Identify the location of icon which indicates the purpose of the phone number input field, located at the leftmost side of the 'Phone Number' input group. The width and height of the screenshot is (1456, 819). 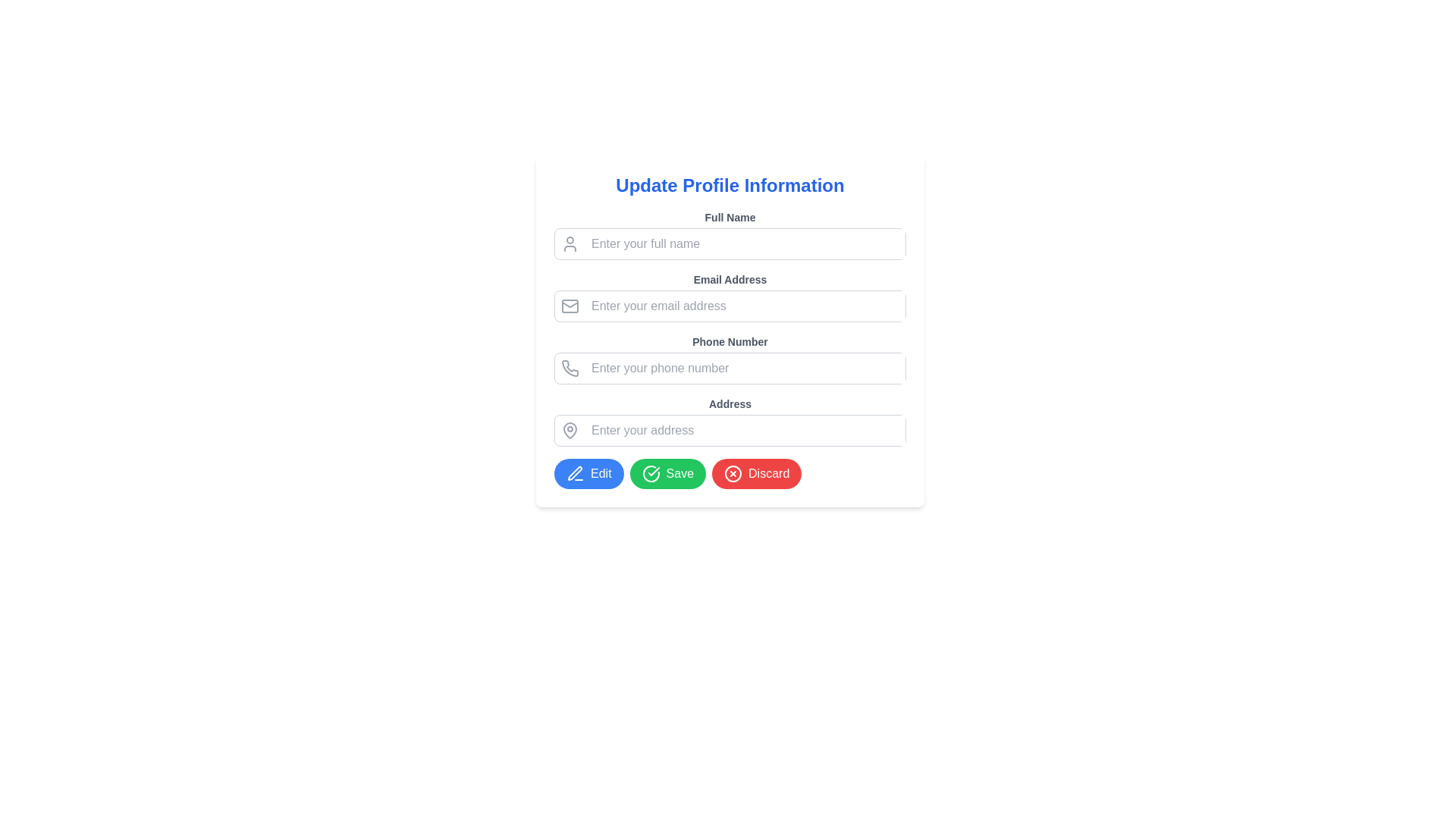
(570, 369).